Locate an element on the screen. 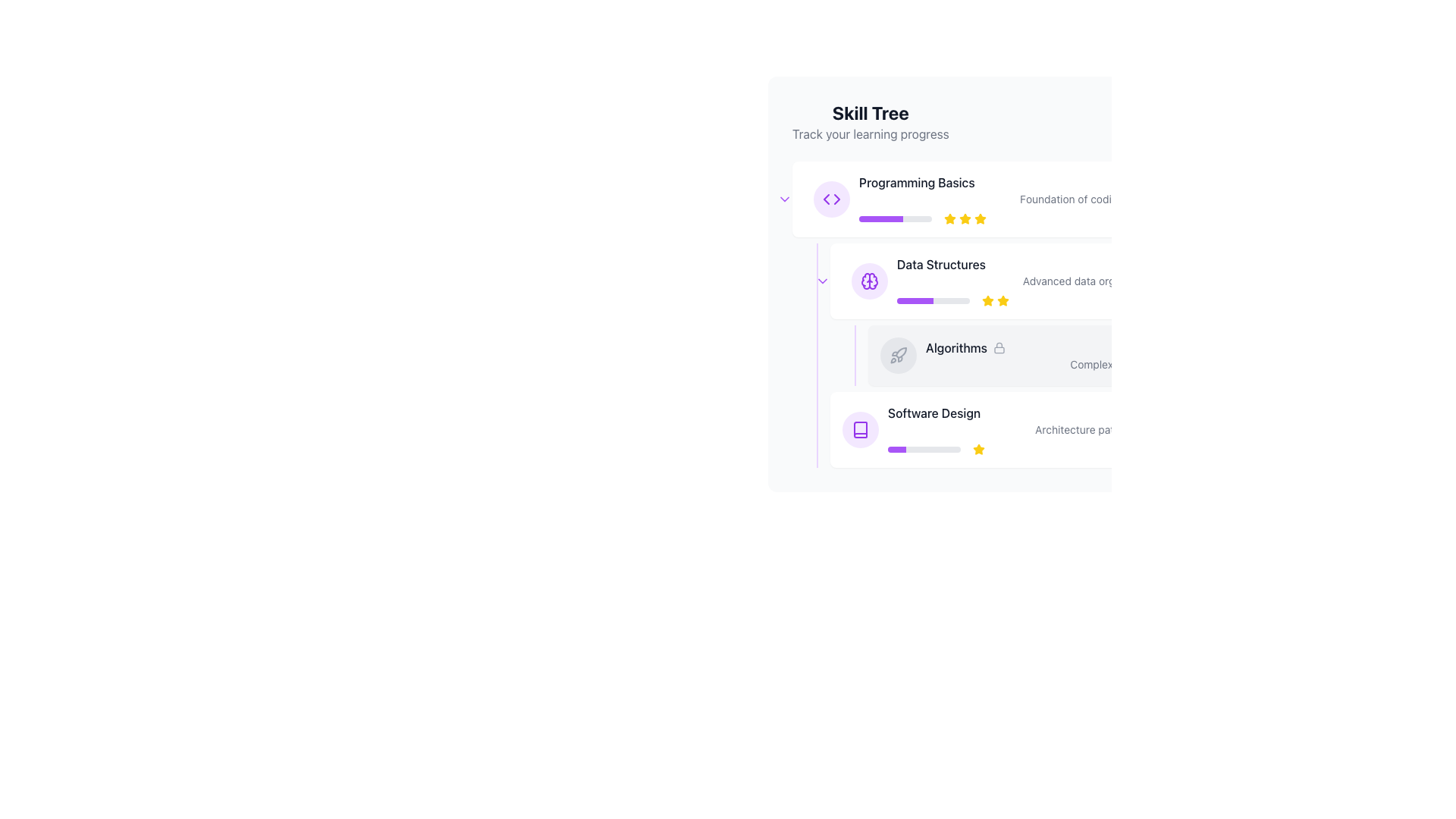 The width and height of the screenshot is (1456, 819). the Static Text Label indicating 'Algorithms', located in the 'Data Structures' section of the skill tree interface, positioned to the left of a lock icon is located at coordinates (955, 348).